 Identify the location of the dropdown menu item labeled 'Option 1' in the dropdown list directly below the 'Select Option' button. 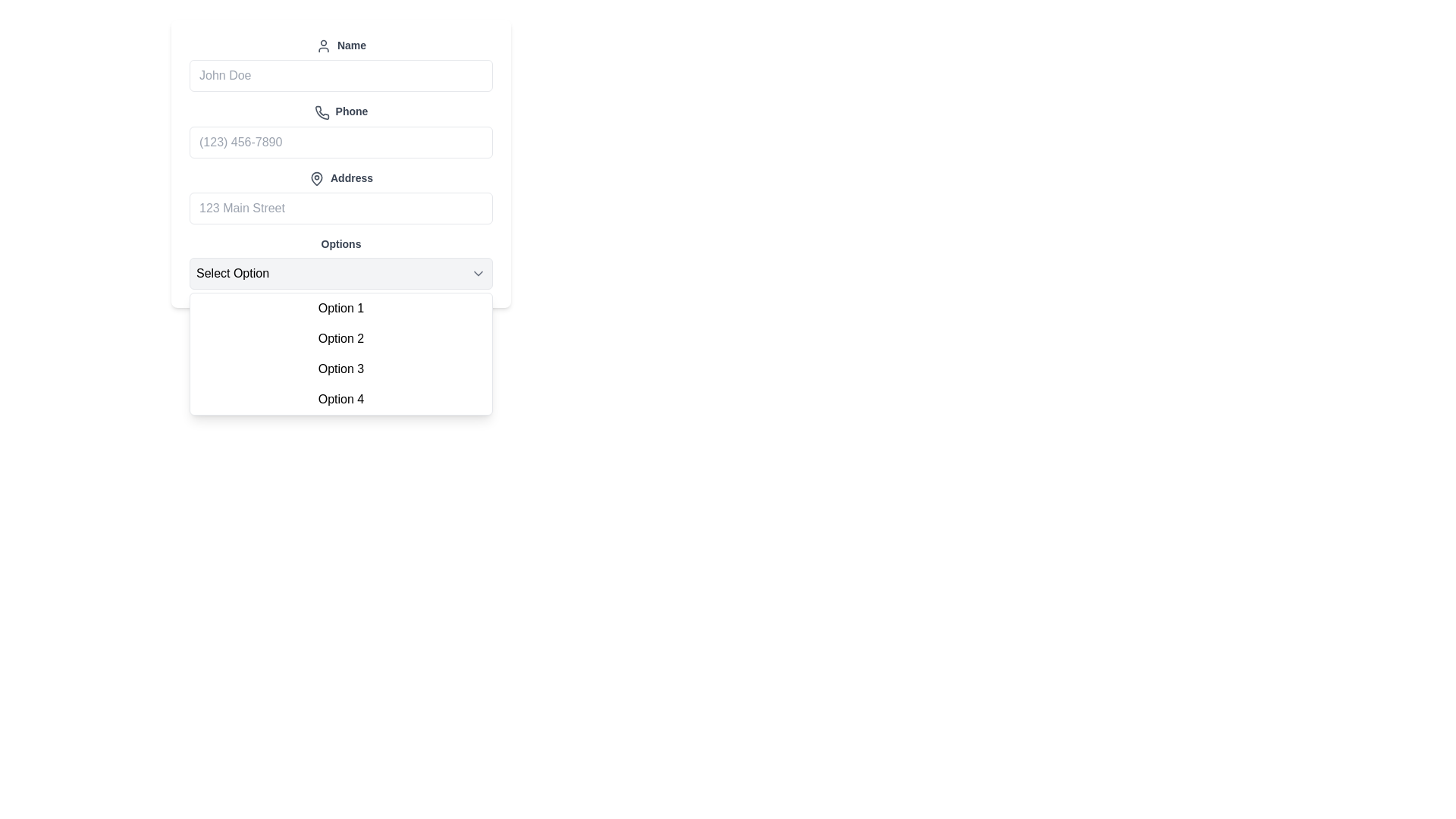
(340, 307).